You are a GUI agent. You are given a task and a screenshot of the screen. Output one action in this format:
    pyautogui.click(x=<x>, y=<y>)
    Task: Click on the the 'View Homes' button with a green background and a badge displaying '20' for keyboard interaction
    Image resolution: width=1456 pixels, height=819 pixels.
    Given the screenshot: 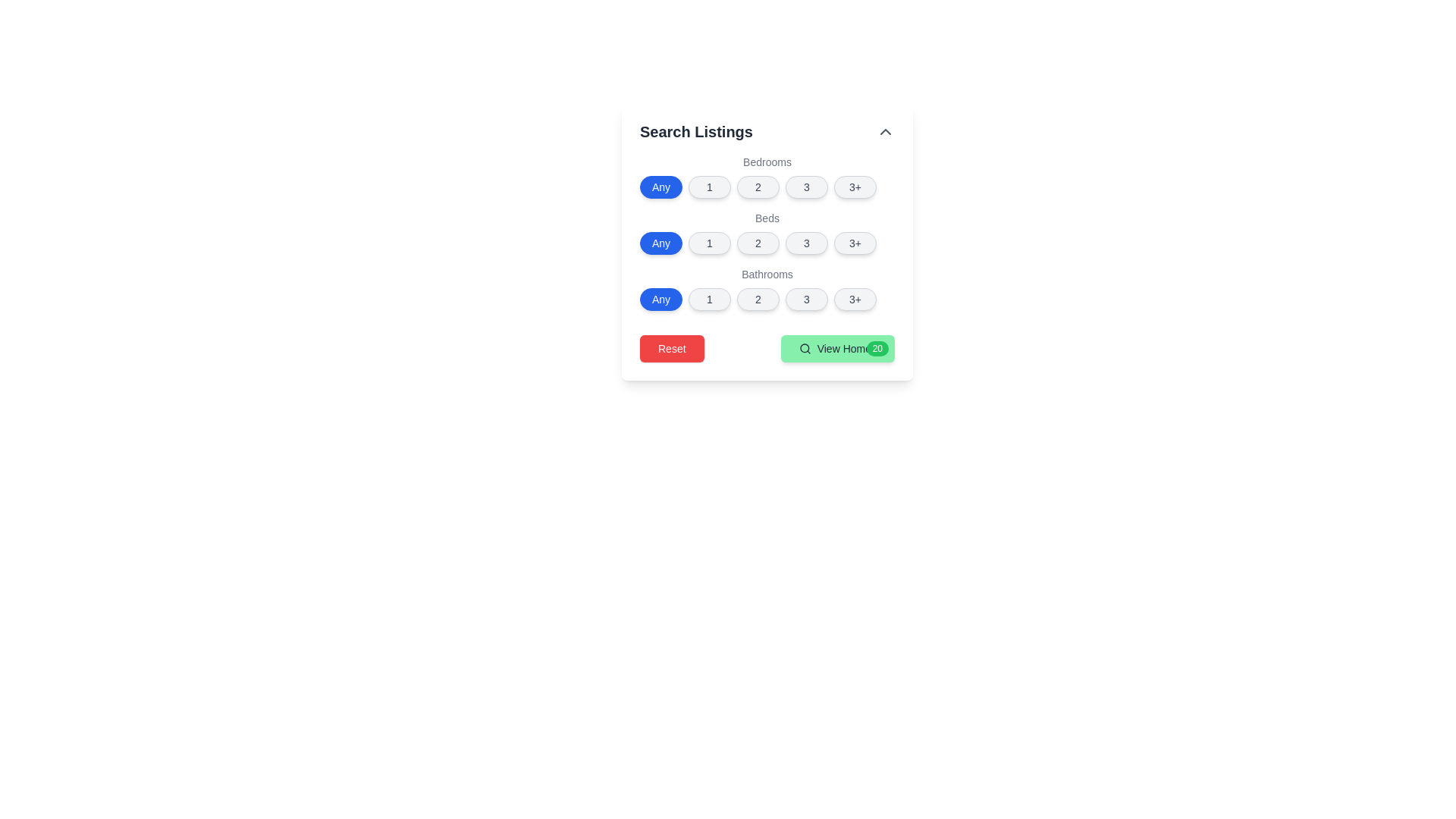 What is the action you would take?
    pyautogui.click(x=836, y=348)
    